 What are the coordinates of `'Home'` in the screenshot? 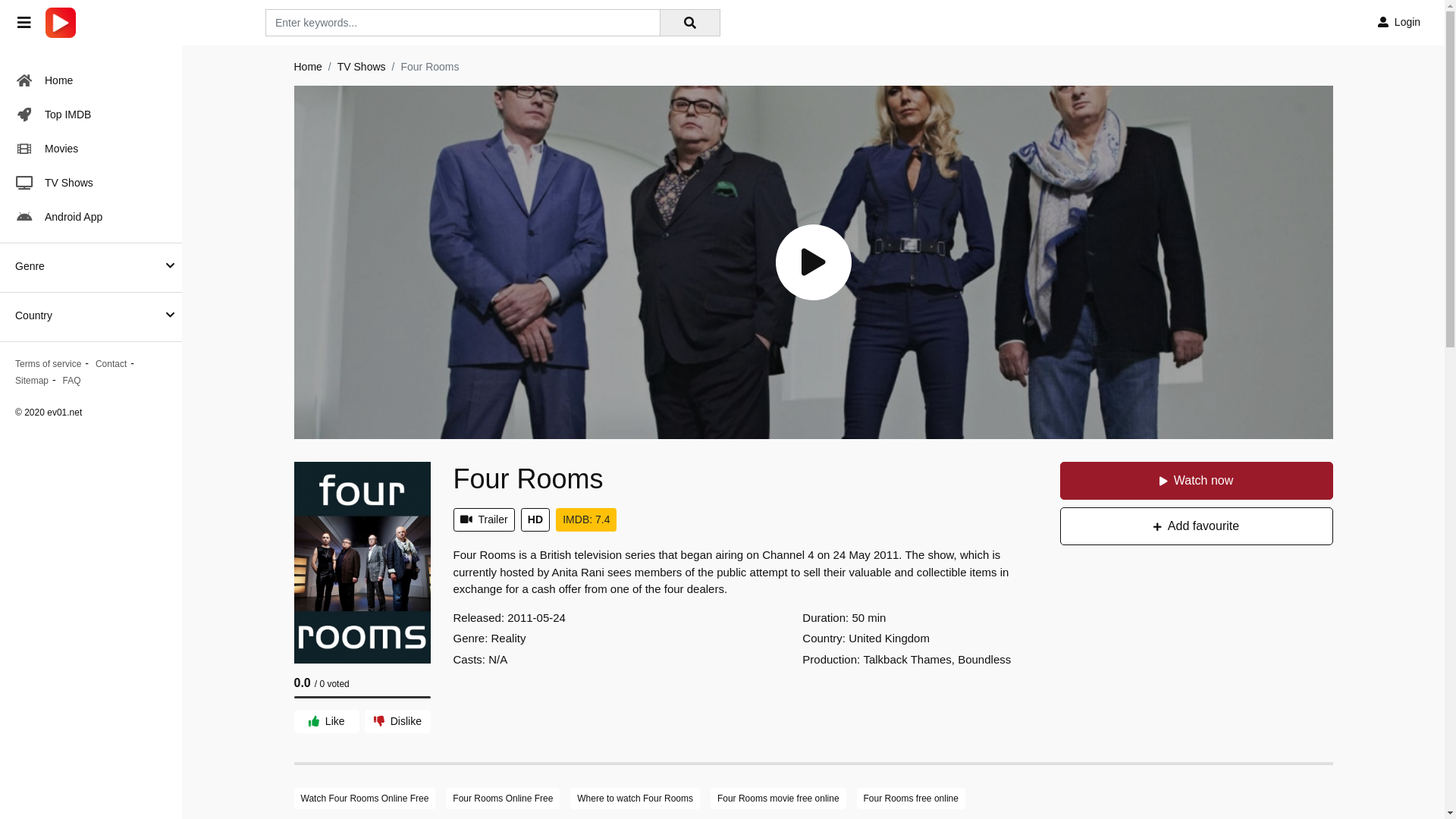 It's located at (90, 80).